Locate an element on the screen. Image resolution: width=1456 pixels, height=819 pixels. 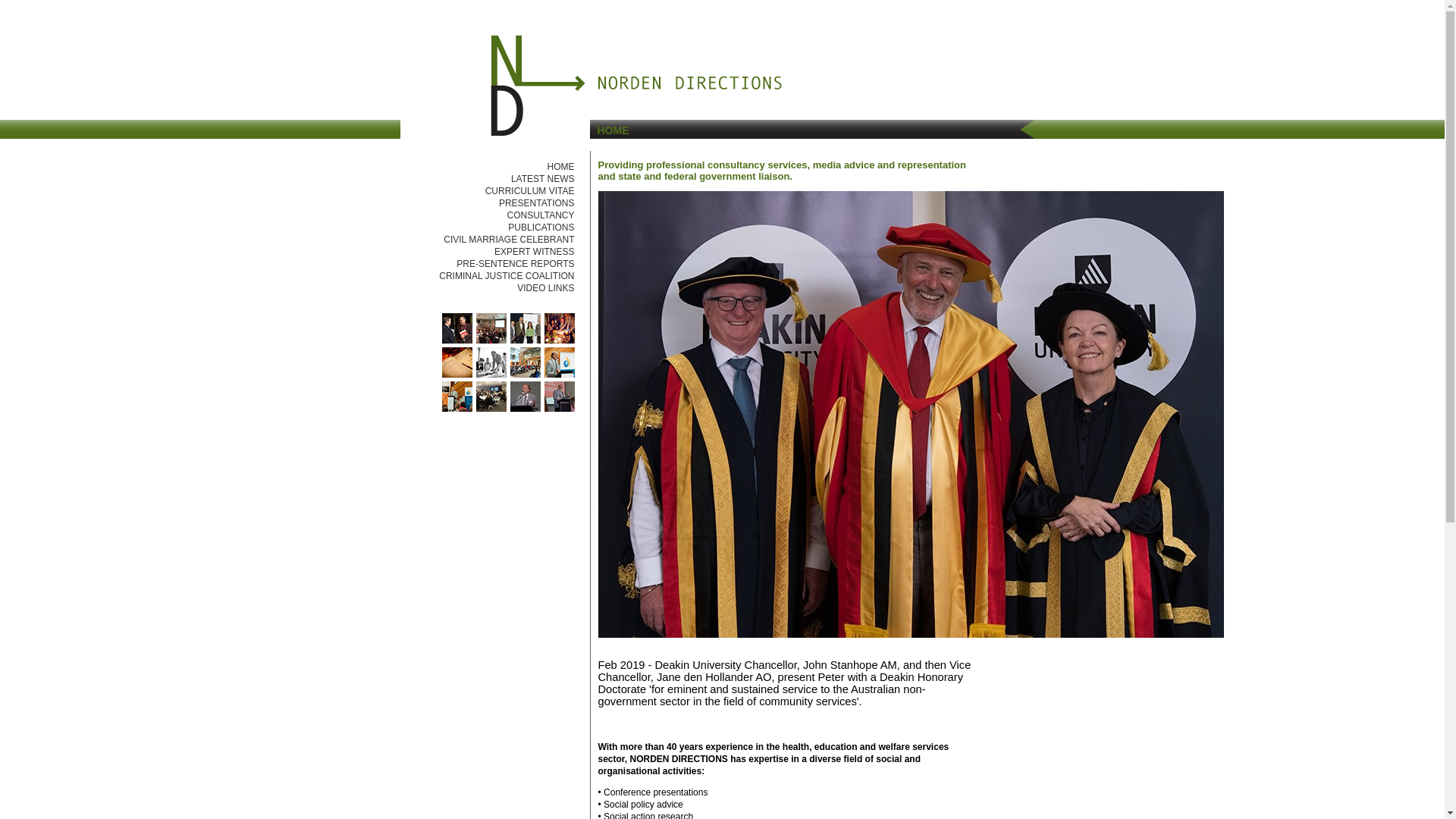
'PRESENTATIONS' is located at coordinates (537, 202).